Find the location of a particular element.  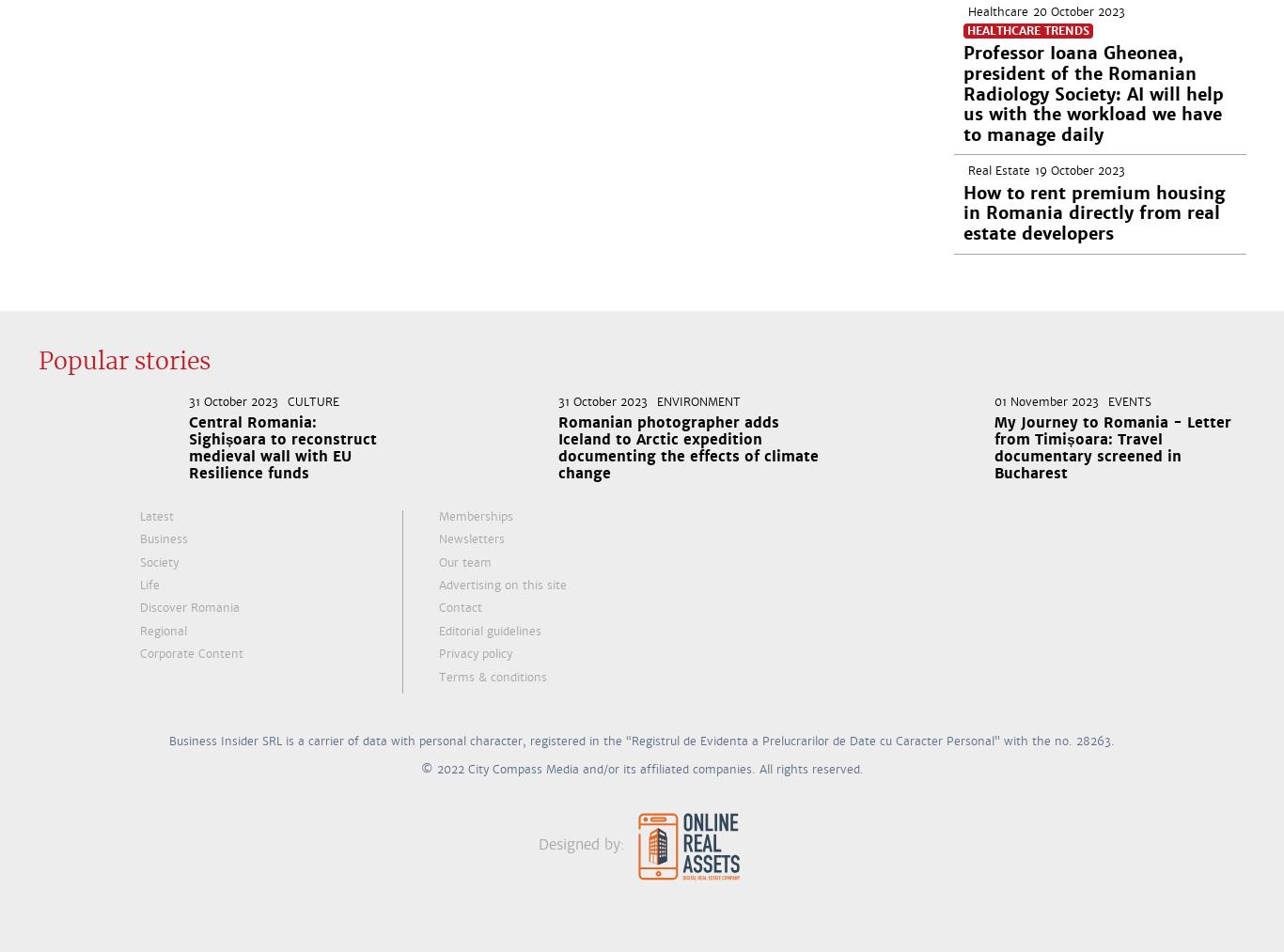

'Our team' is located at coordinates (465, 561).